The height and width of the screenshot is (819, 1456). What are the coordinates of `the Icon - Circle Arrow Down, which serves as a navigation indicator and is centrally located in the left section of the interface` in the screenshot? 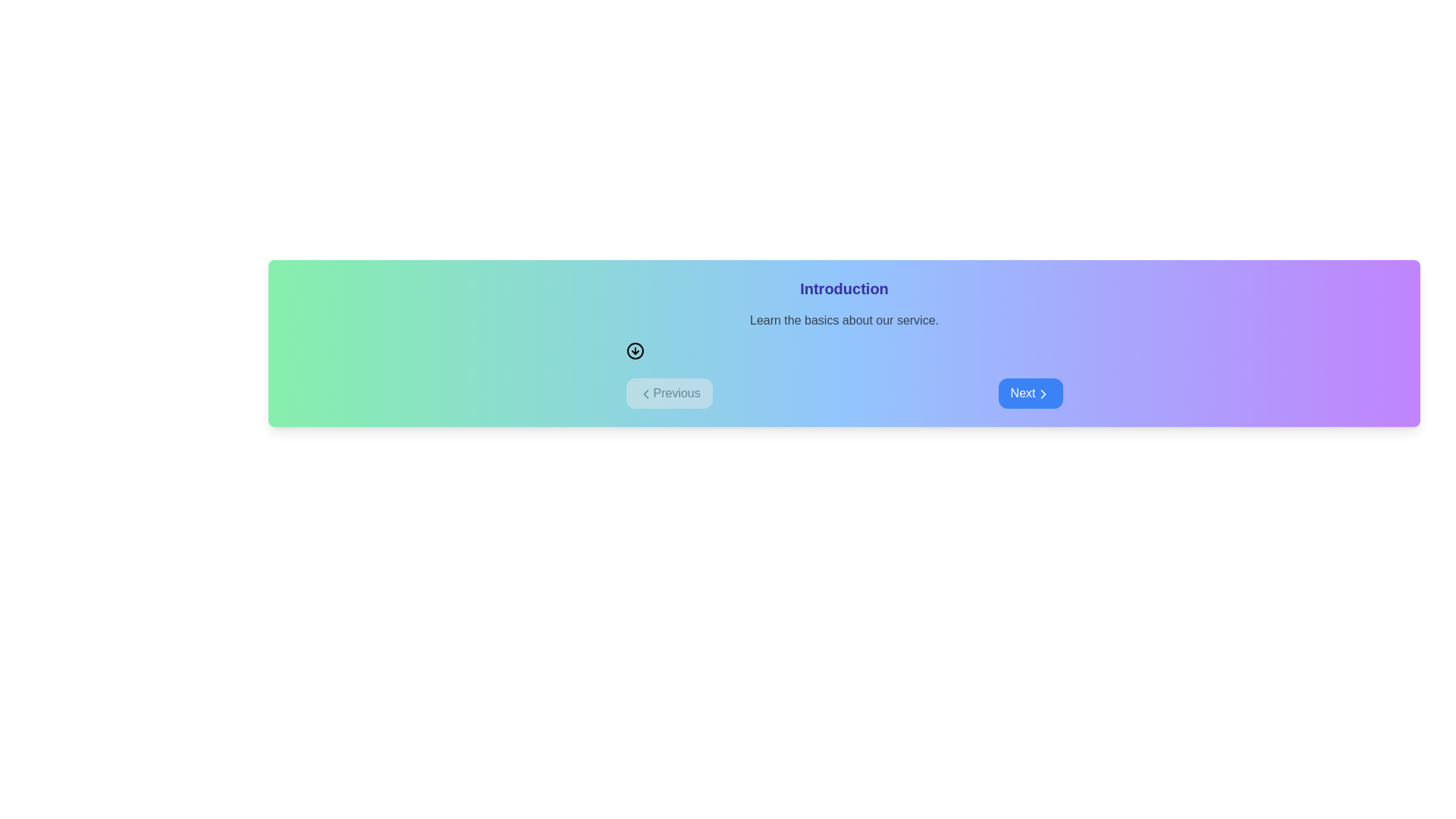 It's located at (635, 350).